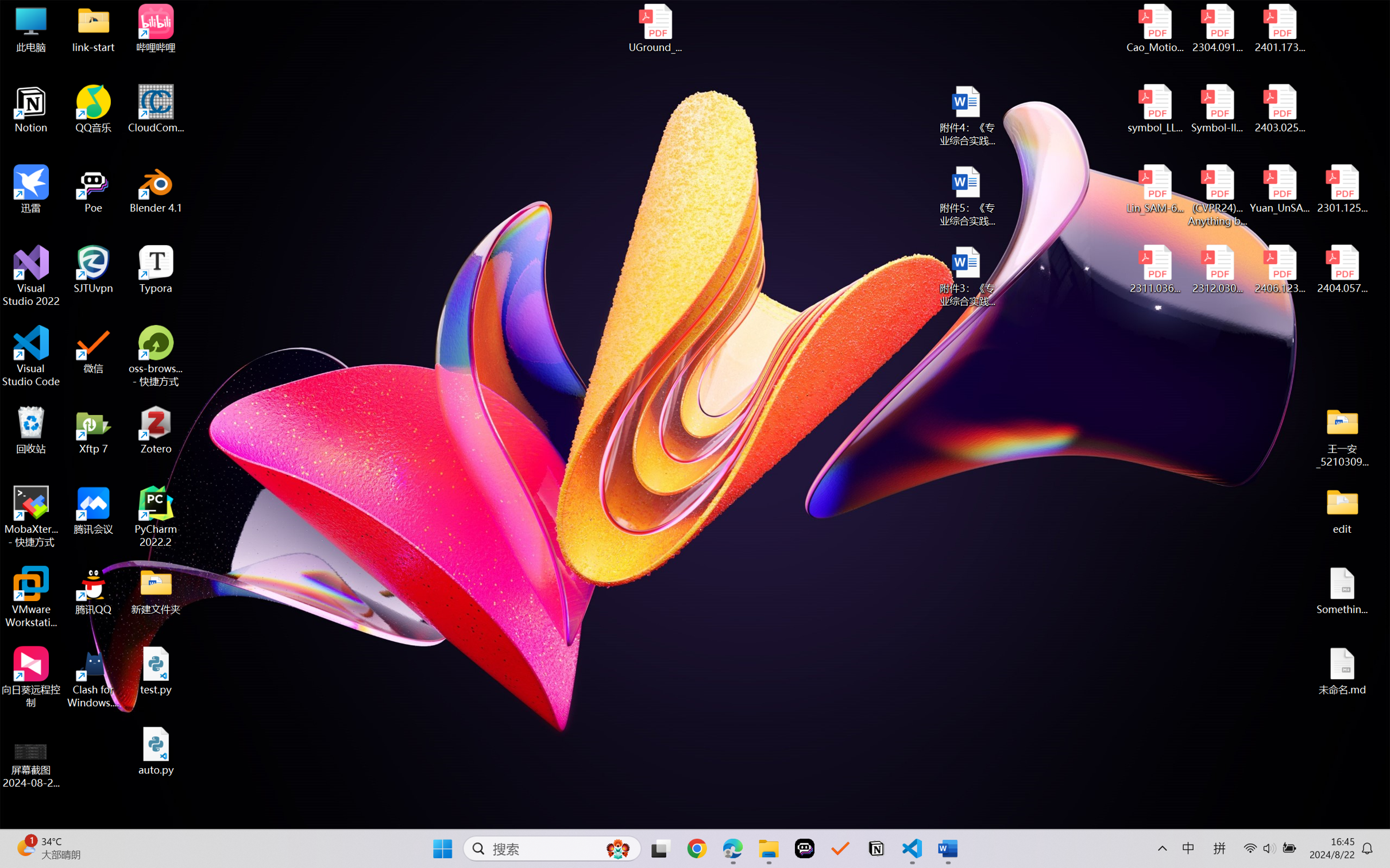 The width and height of the screenshot is (1390, 868). Describe the element at coordinates (1341, 188) in the screenshot. I see `'2301.12597v3.pdf'` at that location.